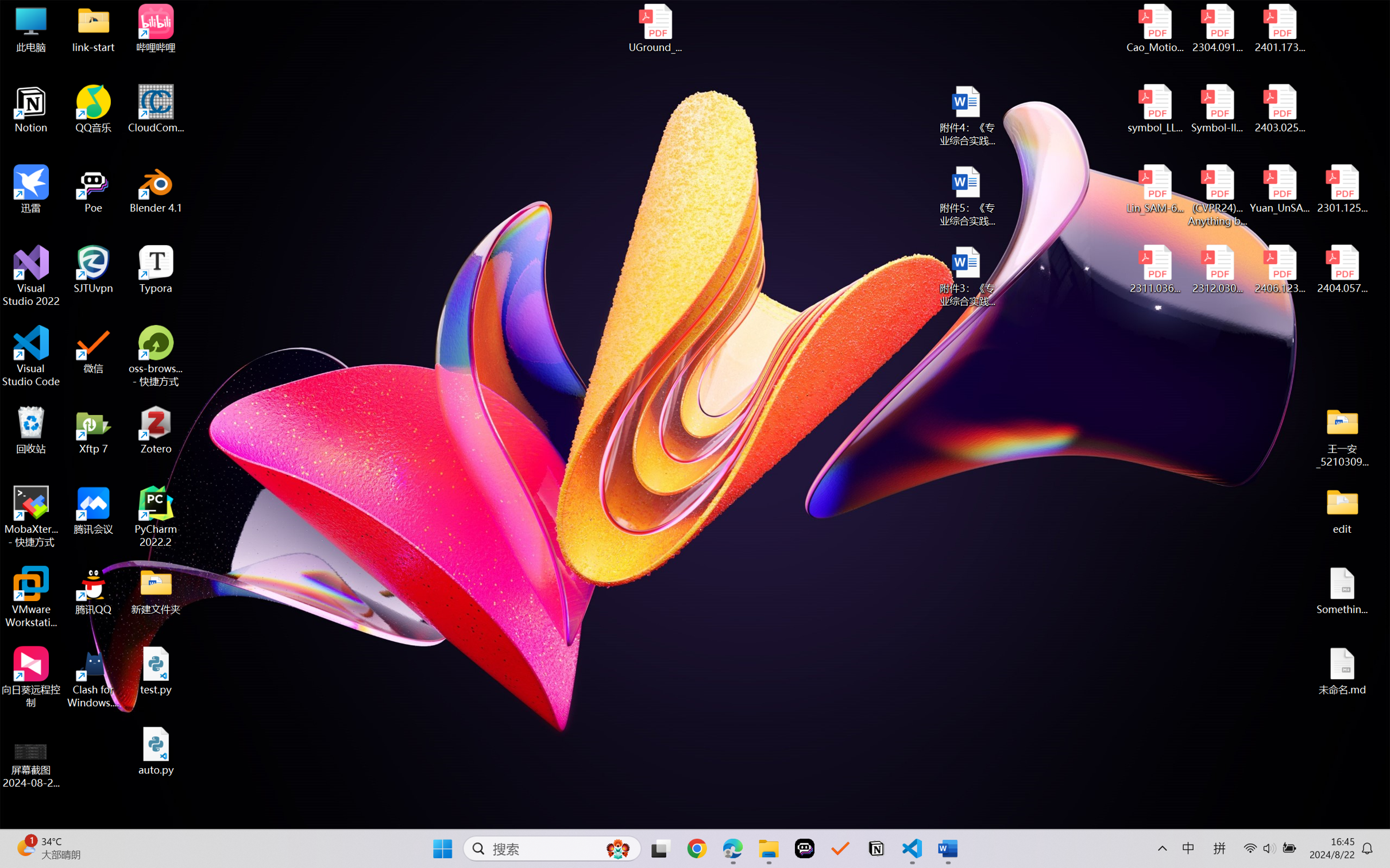 The width and height of the screenshot is (1390, 868). Describe the element at coordinates (1341, 188) in the screenshot. I see `'2301.12597v3.pdf'` at that location.